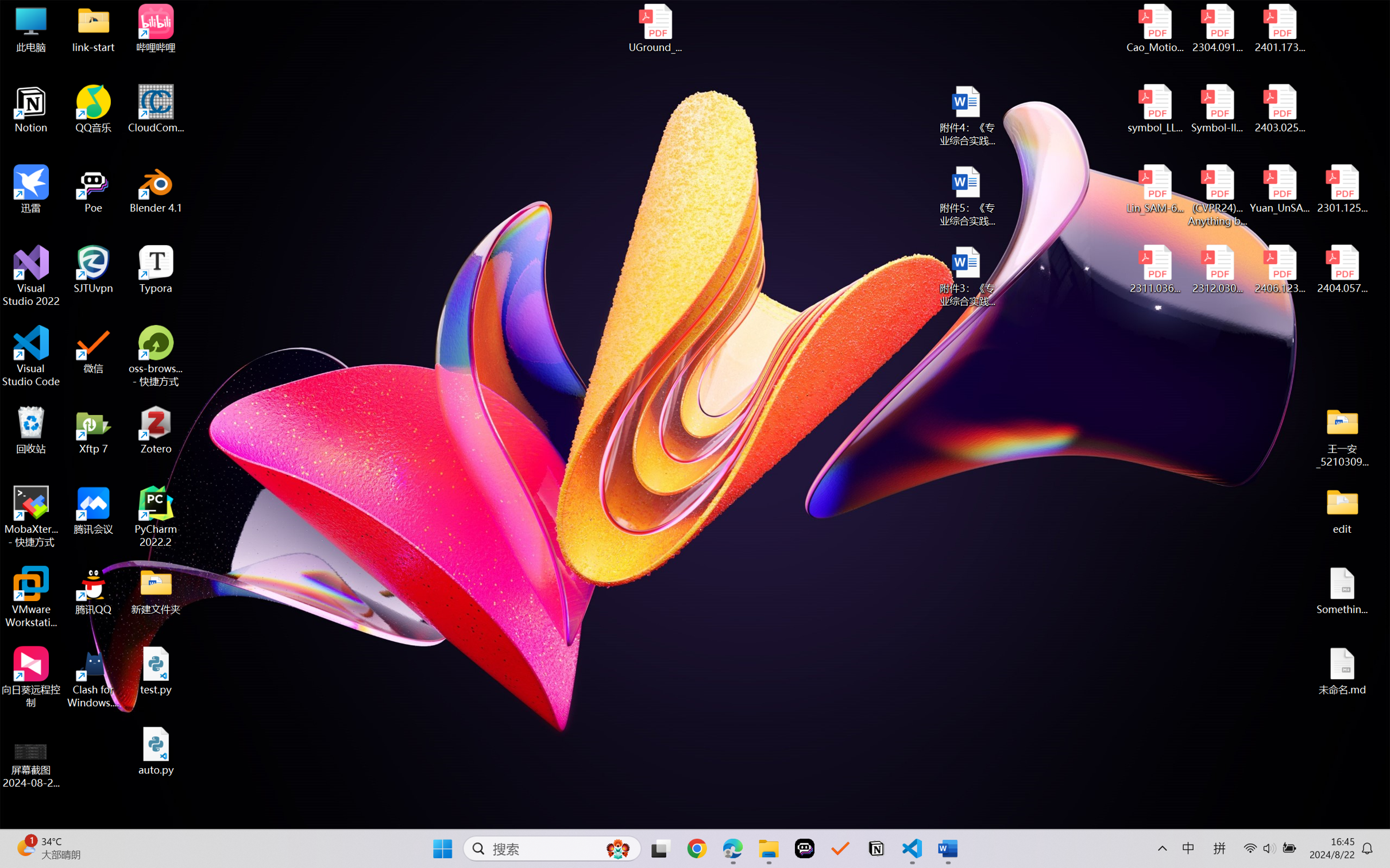 The width and height of the screenshot is (1390, 868). Describe the element at coordinates (1341, 188) in the screenshot. I see `'2301.12597v3.pdf'` at that location.